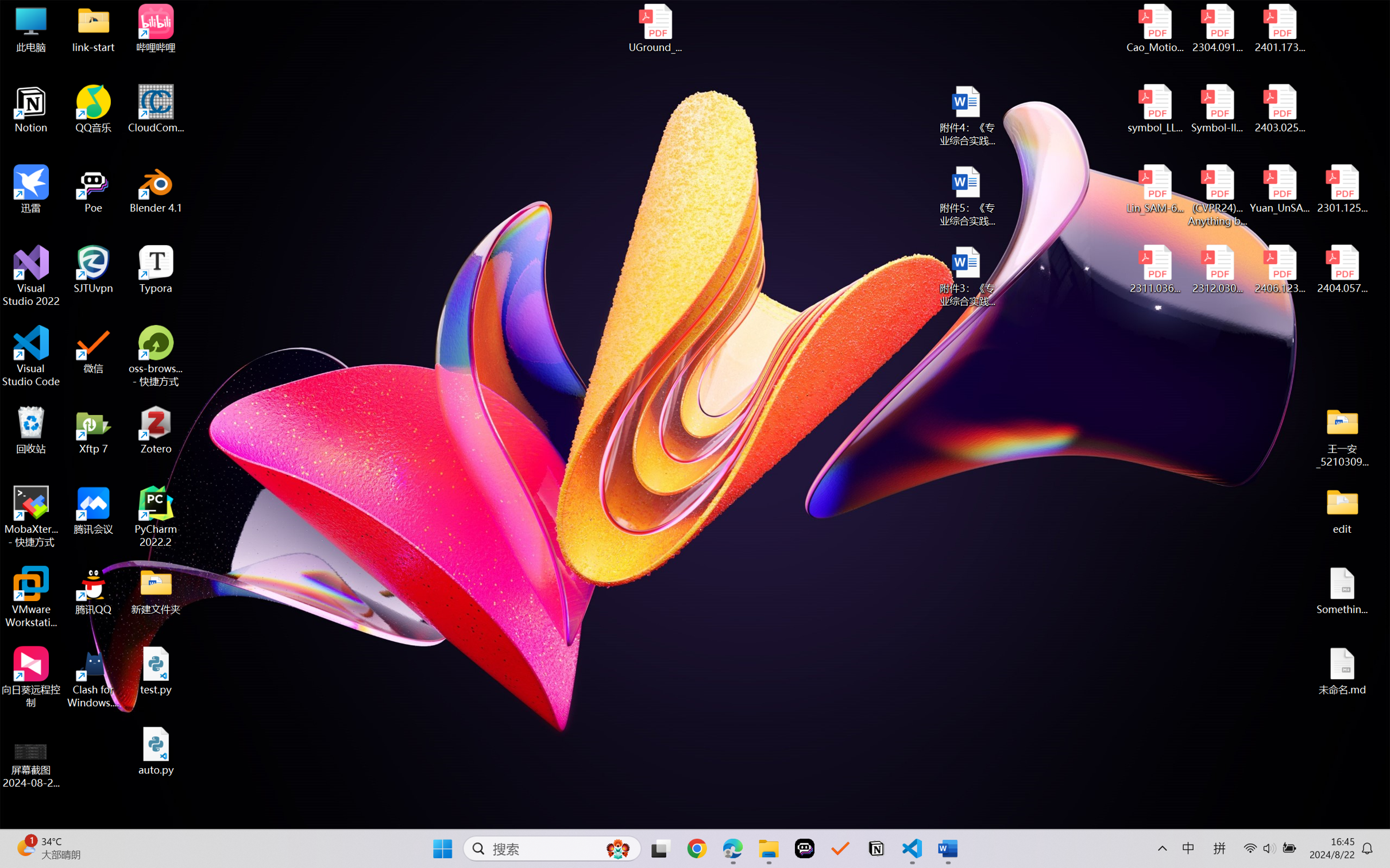 The width and height of the screenshot is (1390, 868). Describe the element at coordinates (1341, 188) in the screenshot. I see `'2301.12597v3.pdf'` at that location.